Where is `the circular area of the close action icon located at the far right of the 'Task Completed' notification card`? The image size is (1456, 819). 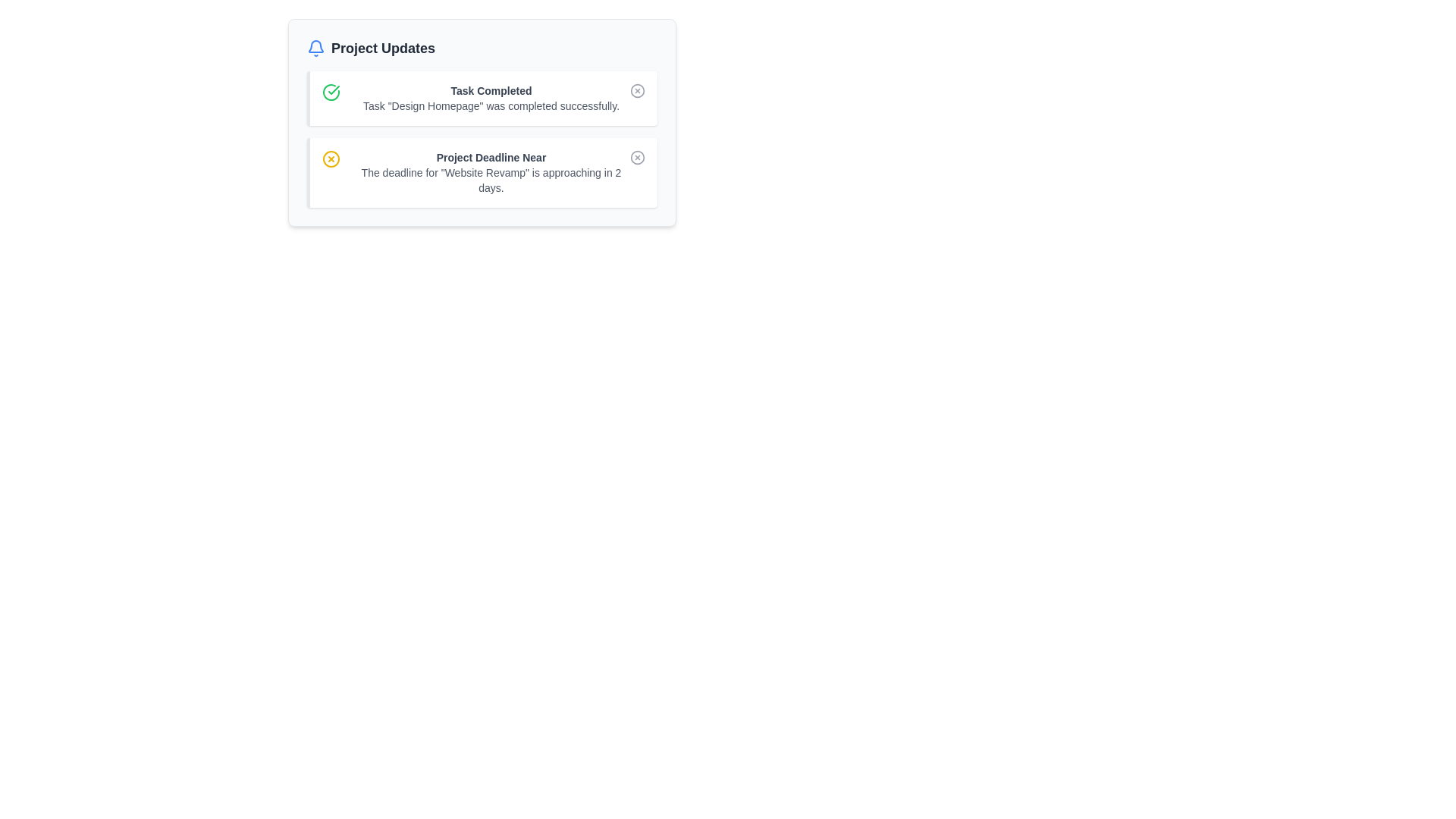 the circular area of the close action icon located at the far right of the 'Task Completed' notification card is located at coordinates (637, 90).